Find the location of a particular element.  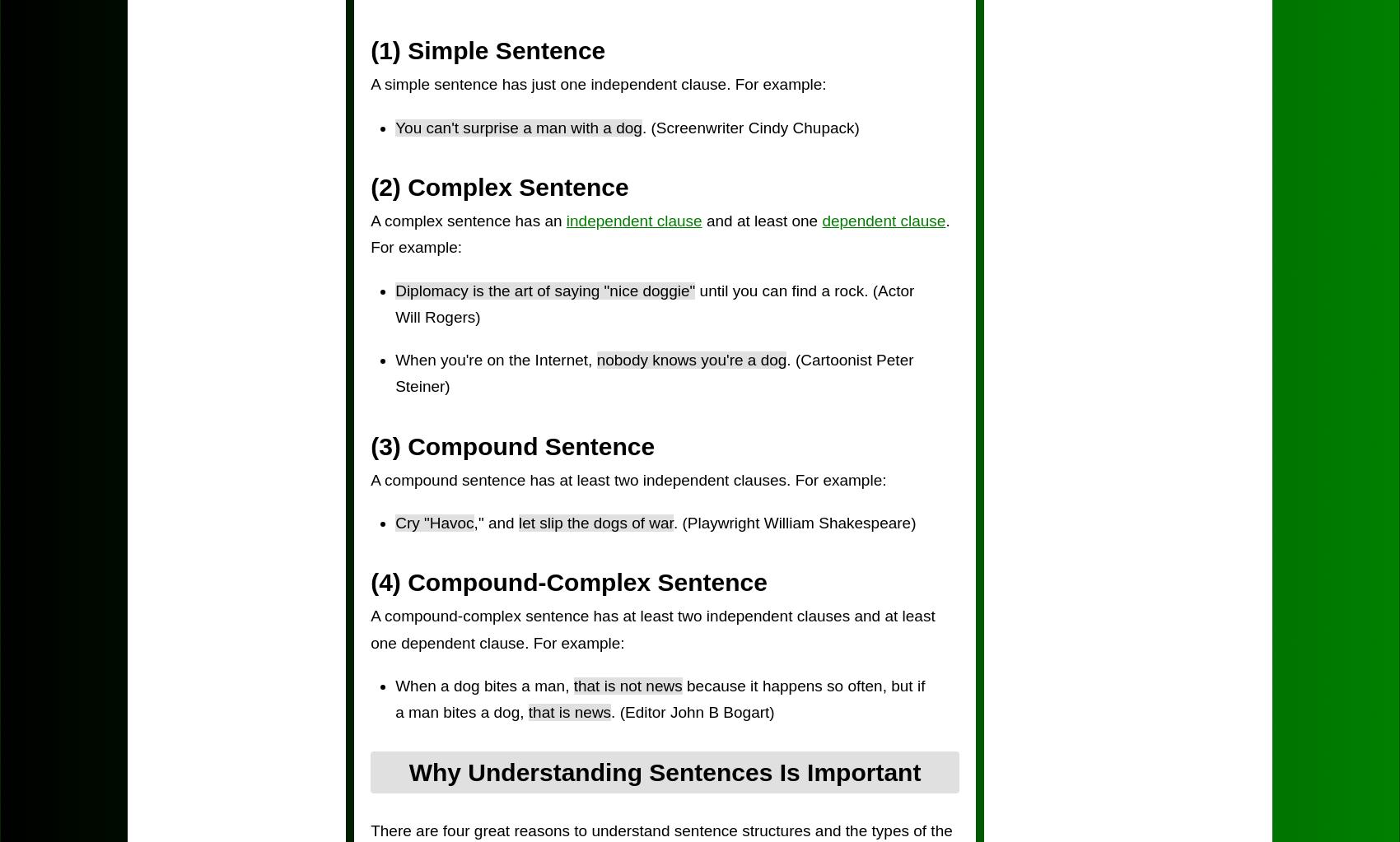

'. (Screenwriter Cindy Chupack)' is located at coordinates (750, 126).